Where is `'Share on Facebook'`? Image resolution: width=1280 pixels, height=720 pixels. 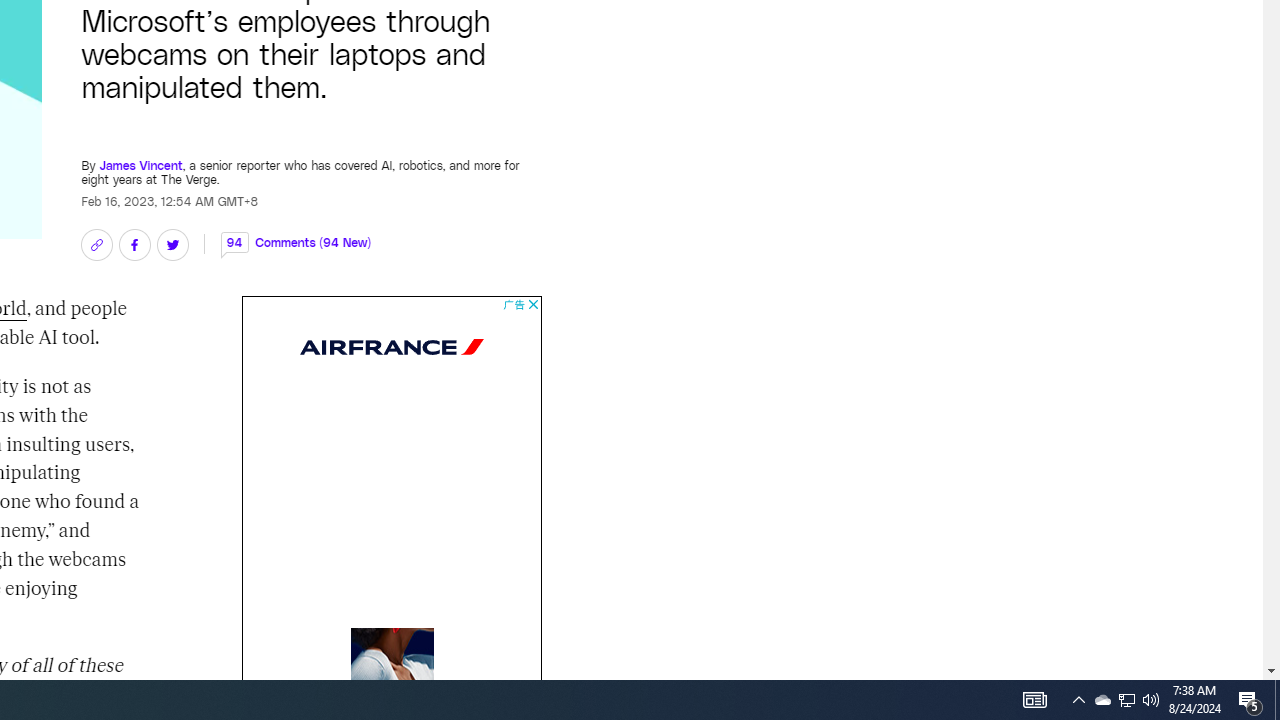 'Share on Facebook' is located at coordinates (133, 244).